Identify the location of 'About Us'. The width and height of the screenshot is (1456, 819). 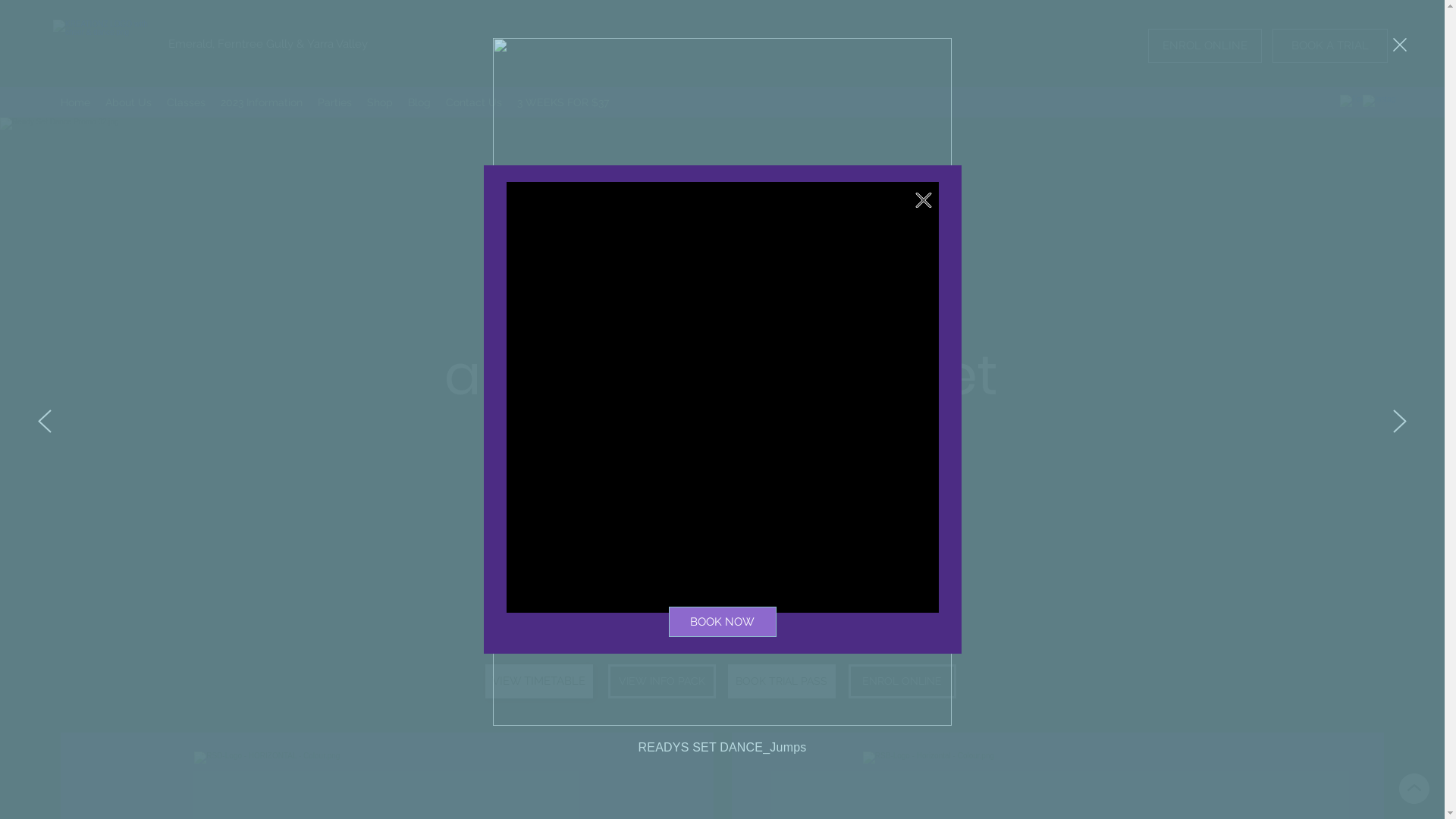
(128, 102).